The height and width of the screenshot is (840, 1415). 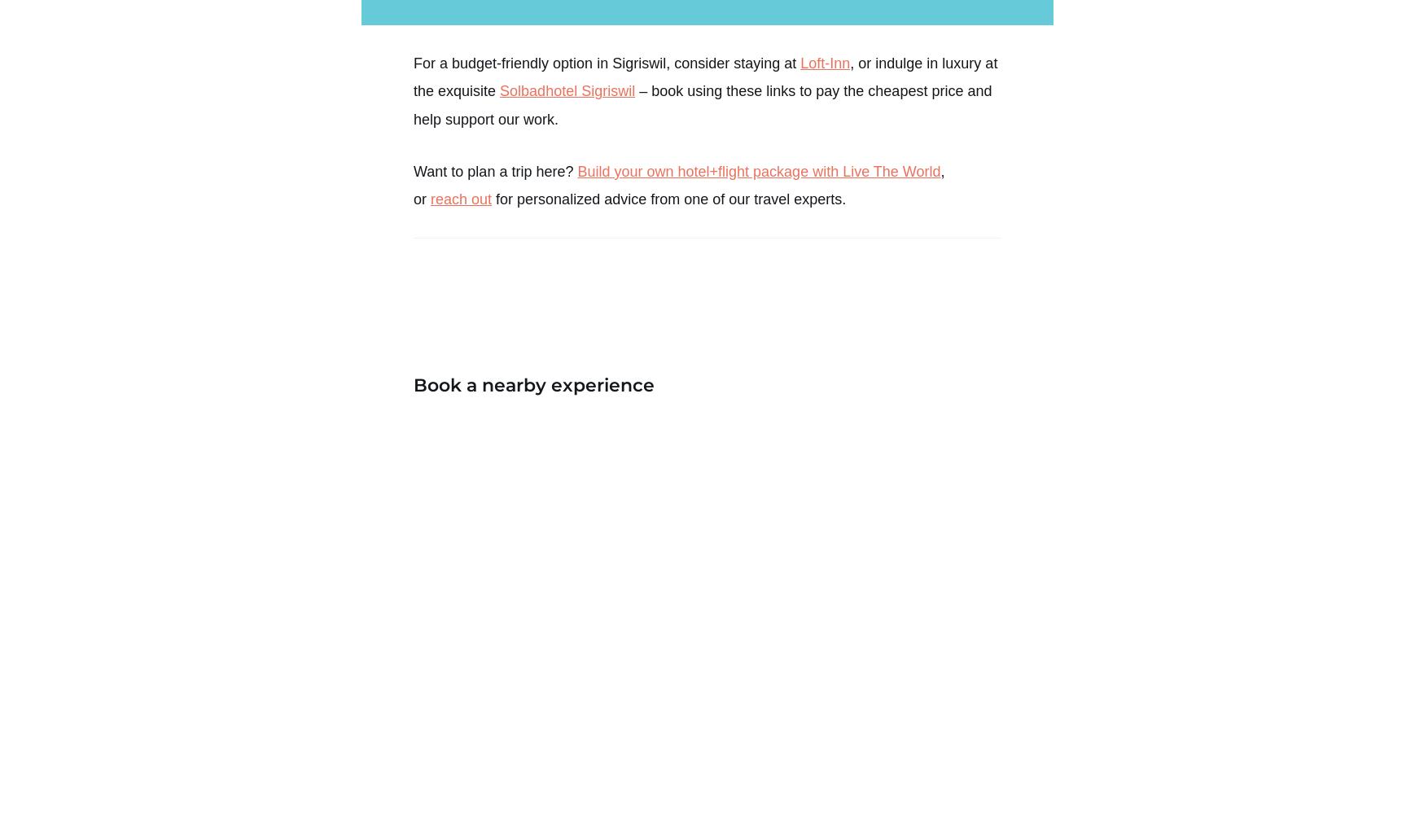 What do you see at coordinates (414, 184) in the screenshot?
I see `', or'` at bounding box center [414, 184].